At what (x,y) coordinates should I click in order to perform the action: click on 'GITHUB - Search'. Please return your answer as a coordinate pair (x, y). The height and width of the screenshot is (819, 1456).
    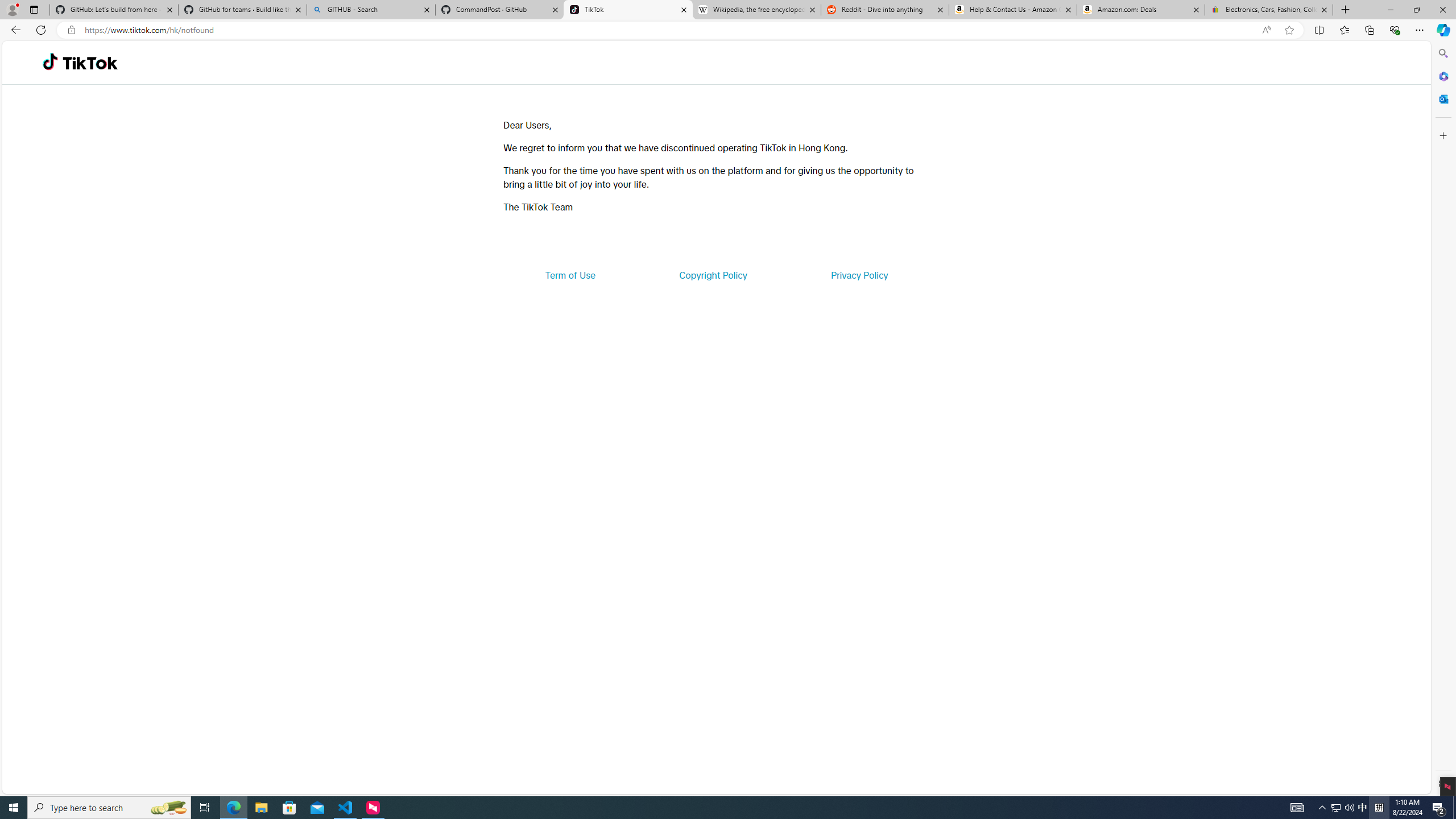
    Looking at the image, I should click on (370, 9).